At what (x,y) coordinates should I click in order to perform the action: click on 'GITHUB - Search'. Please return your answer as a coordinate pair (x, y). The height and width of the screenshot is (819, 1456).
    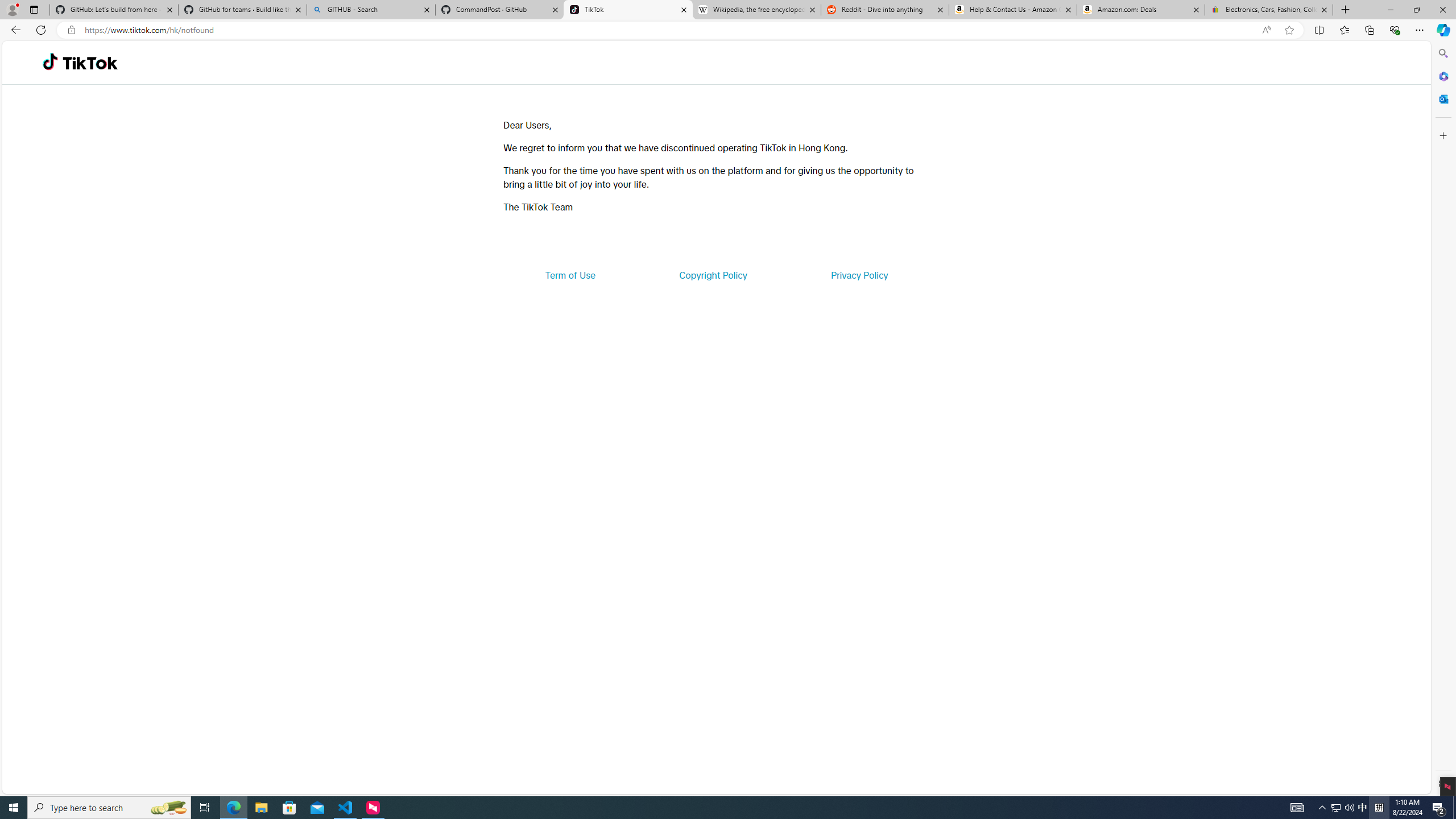
    Looking at the image, I should click on (370, 9).